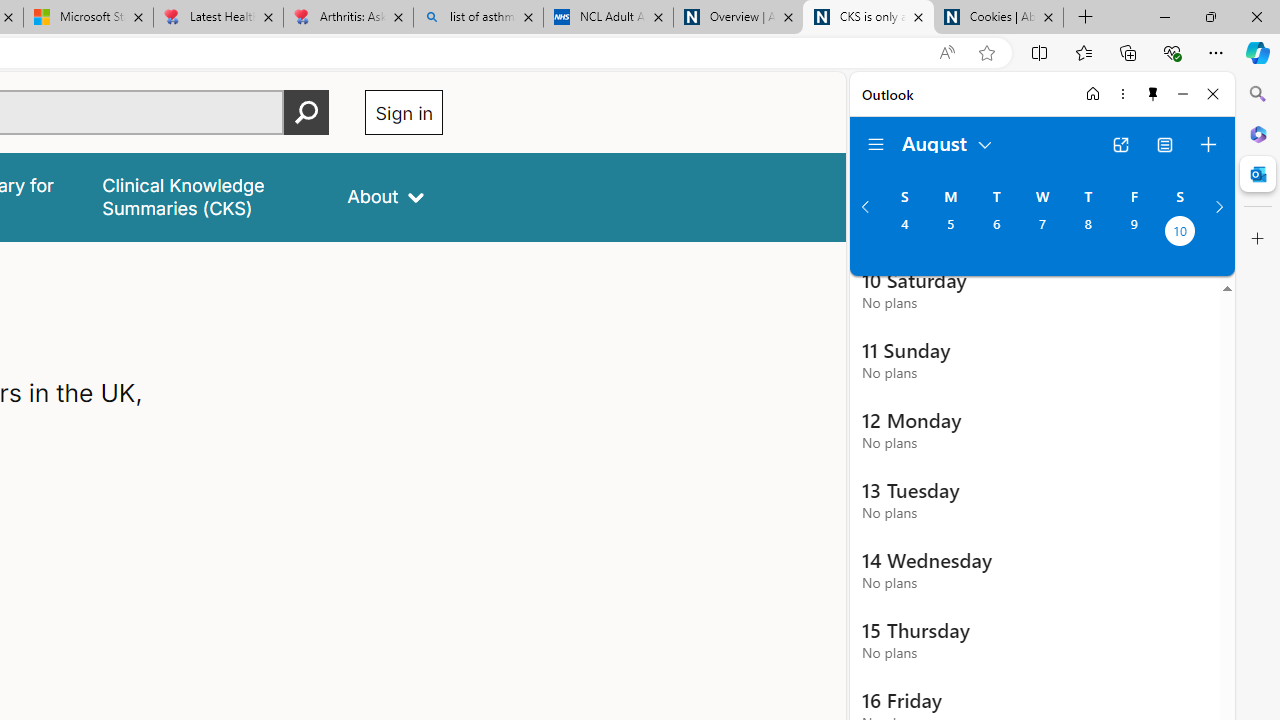 The width and height of the screenshot is (1280, 720). I want to click on 'Split screen', so click(1040, 51).